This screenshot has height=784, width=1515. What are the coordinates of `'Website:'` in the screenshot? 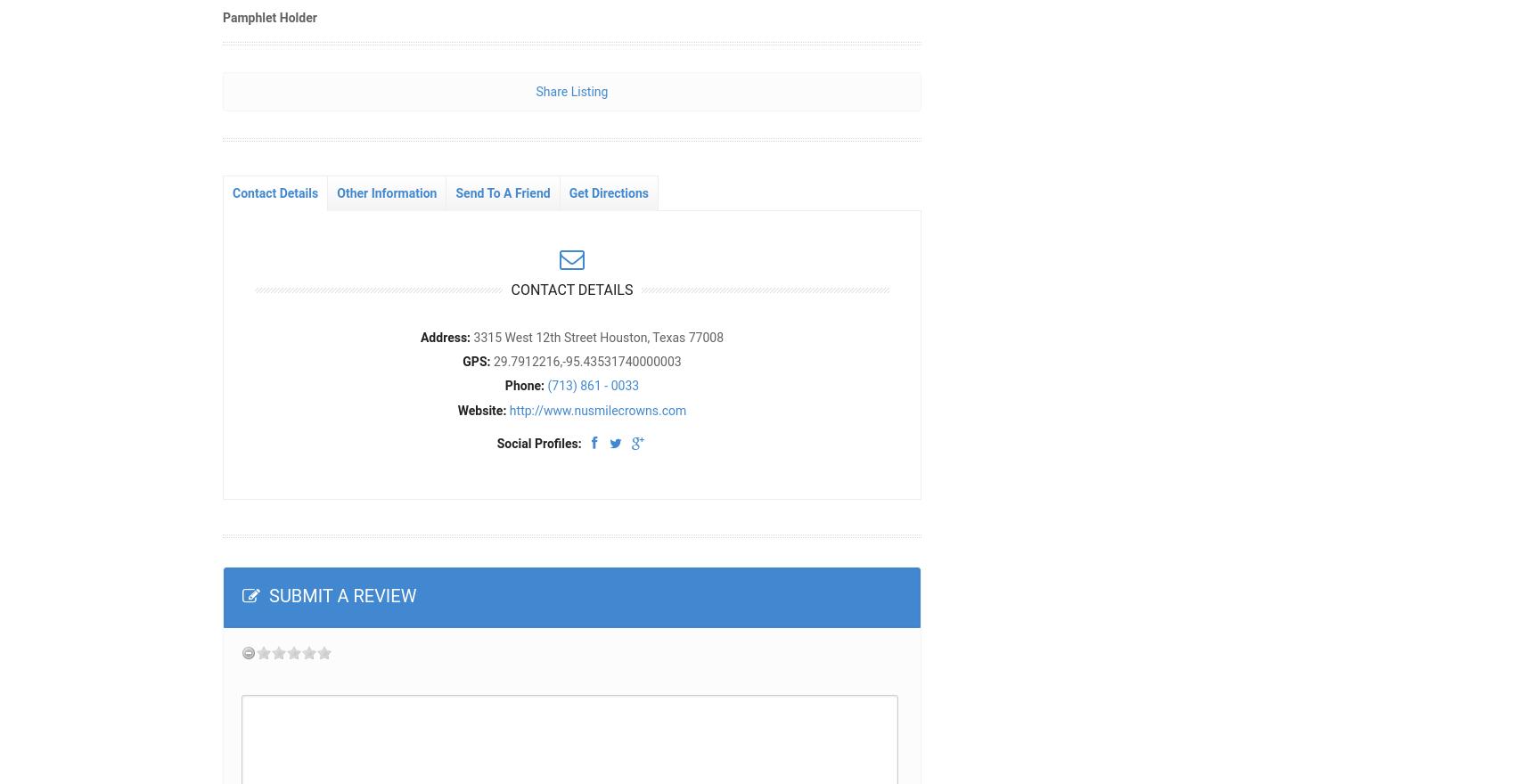 It's located at (481, 408).